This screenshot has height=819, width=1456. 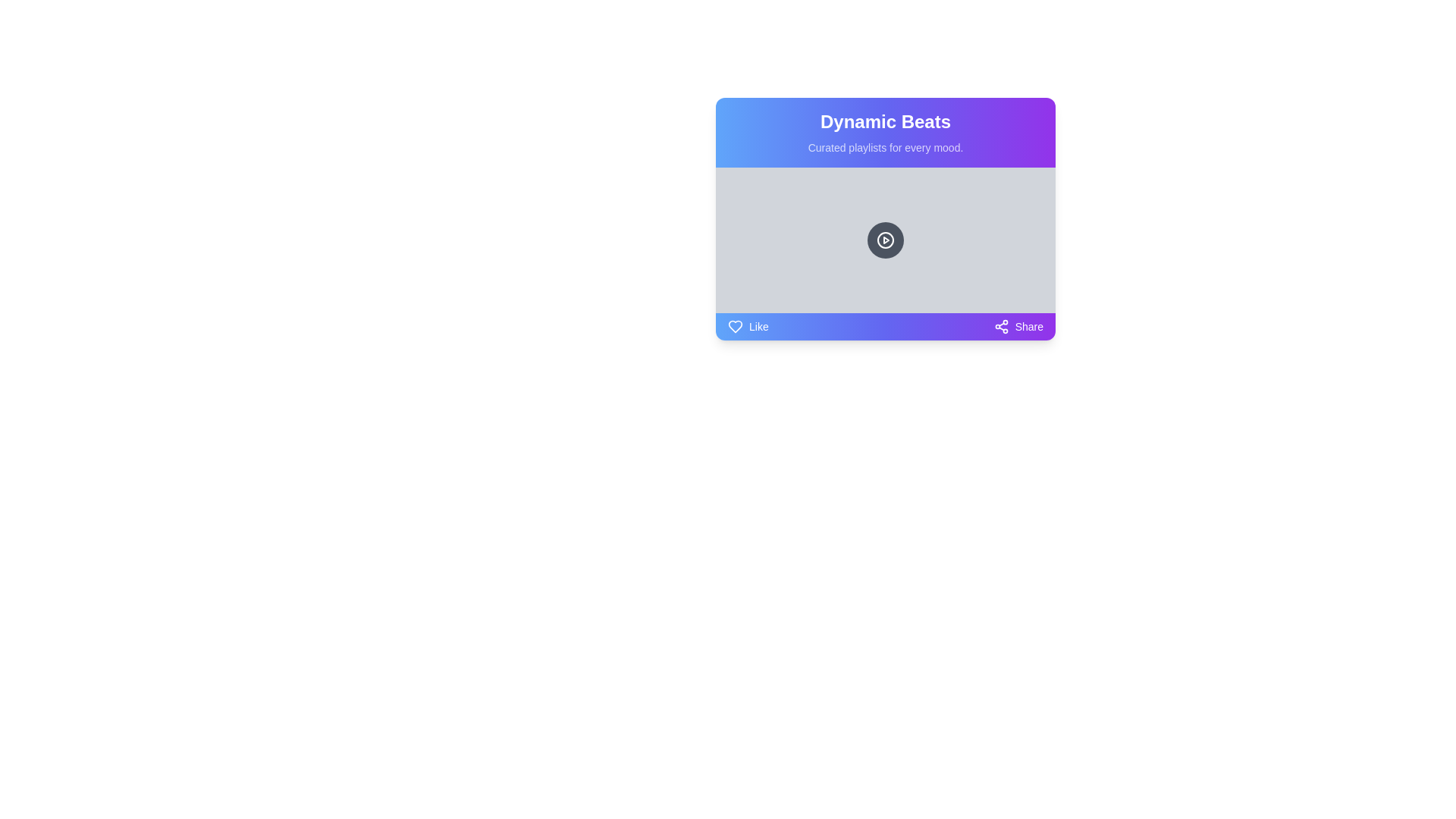 I want to click on the heart icon located at the left end of the horizontal button bar beneath the 'Dynamic Beats' card, so click(x=735, y=326).